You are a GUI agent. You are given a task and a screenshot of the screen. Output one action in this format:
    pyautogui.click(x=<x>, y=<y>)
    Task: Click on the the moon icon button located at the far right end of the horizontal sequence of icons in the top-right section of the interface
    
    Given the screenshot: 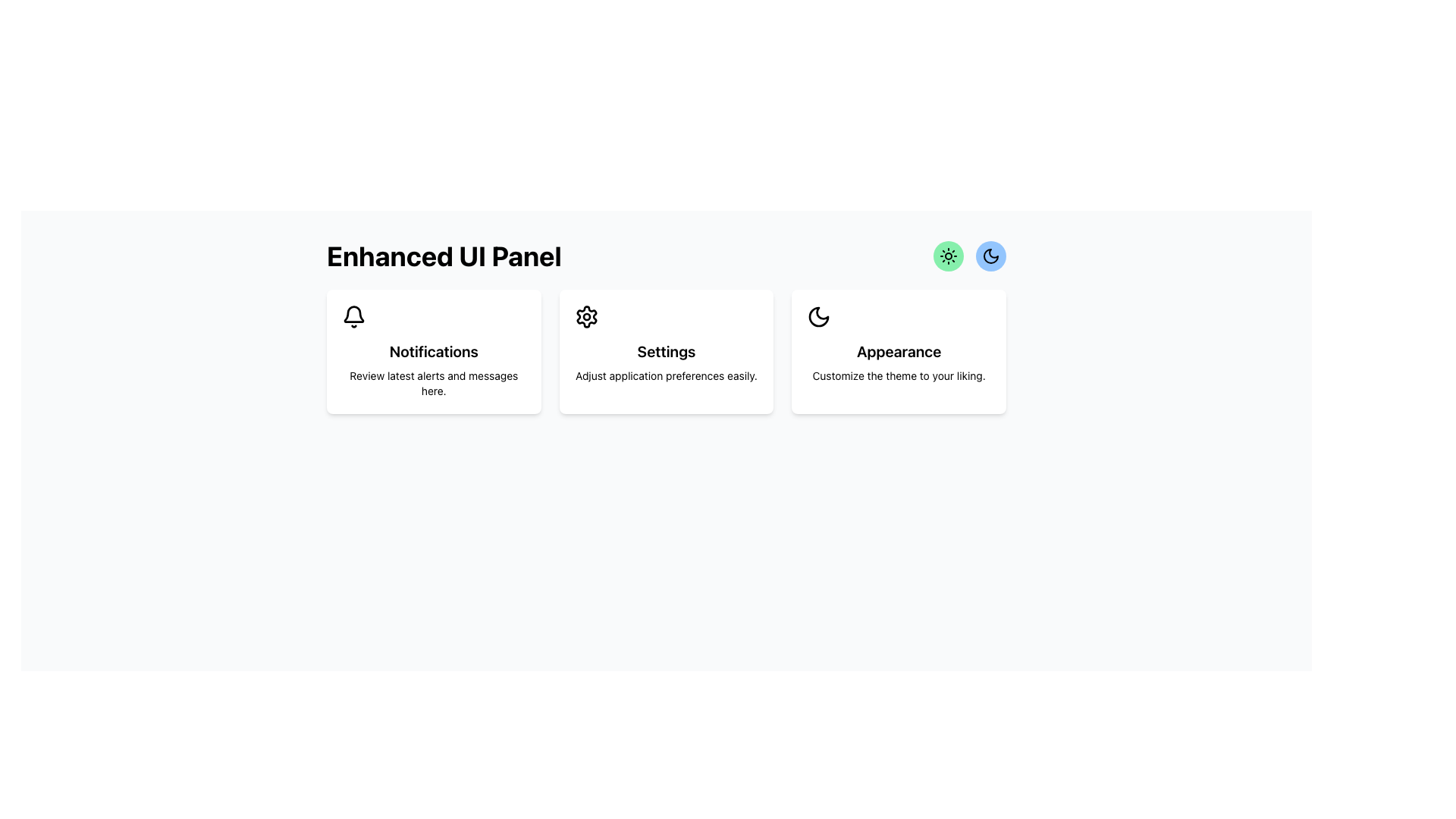 What is the action you would take?
    pyautogui.click(x=990, y=256)
    